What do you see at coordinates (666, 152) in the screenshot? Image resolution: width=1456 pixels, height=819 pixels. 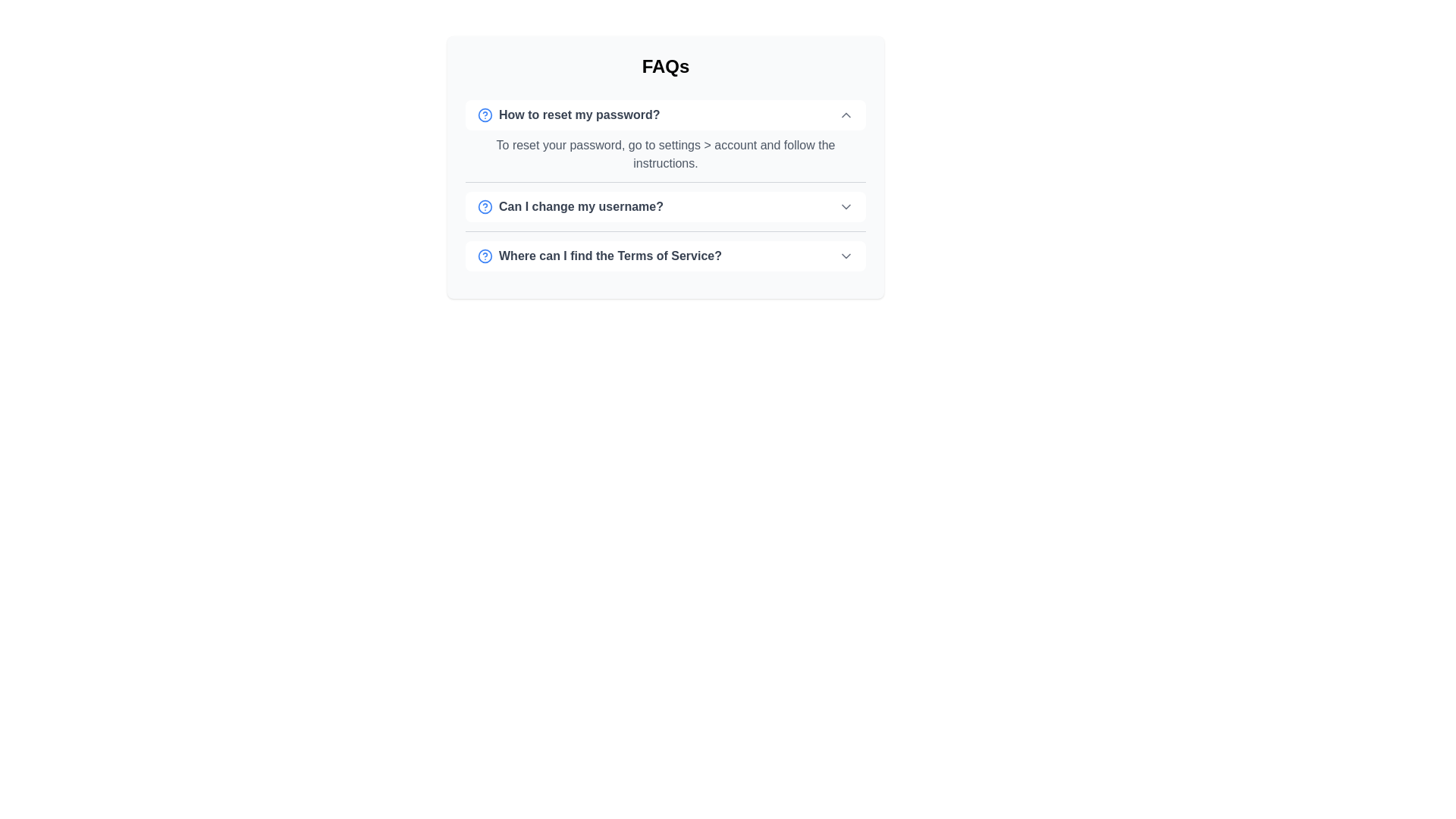 I see `the textual paragraph styled with gray font, located below the question 'How to reset my password?' in the FAQ section` at bounding box center [666, 152].